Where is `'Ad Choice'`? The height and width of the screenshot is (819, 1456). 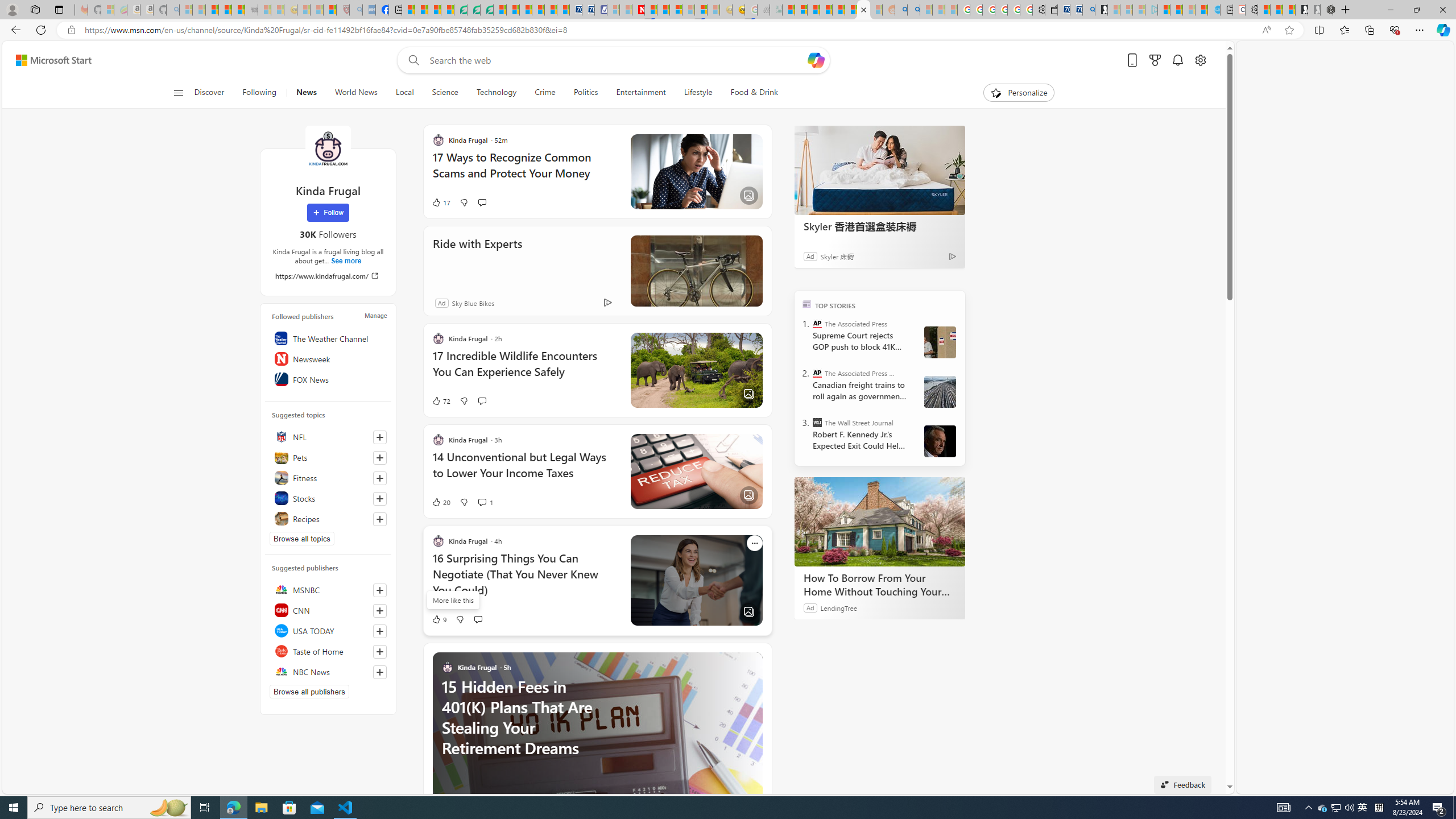 'Ad Choice' is located at coordinates (607, 303).